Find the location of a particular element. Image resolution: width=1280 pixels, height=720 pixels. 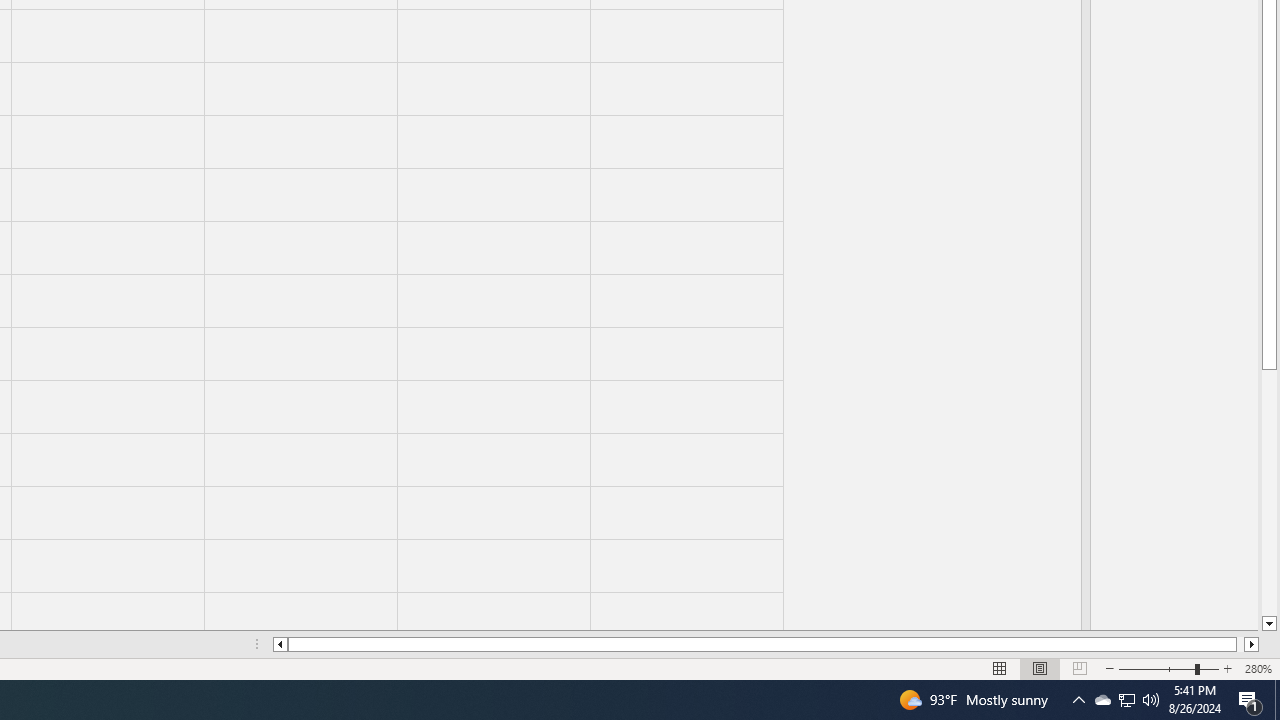

'Page Break Preview' is located at coordinates (1078, 669).